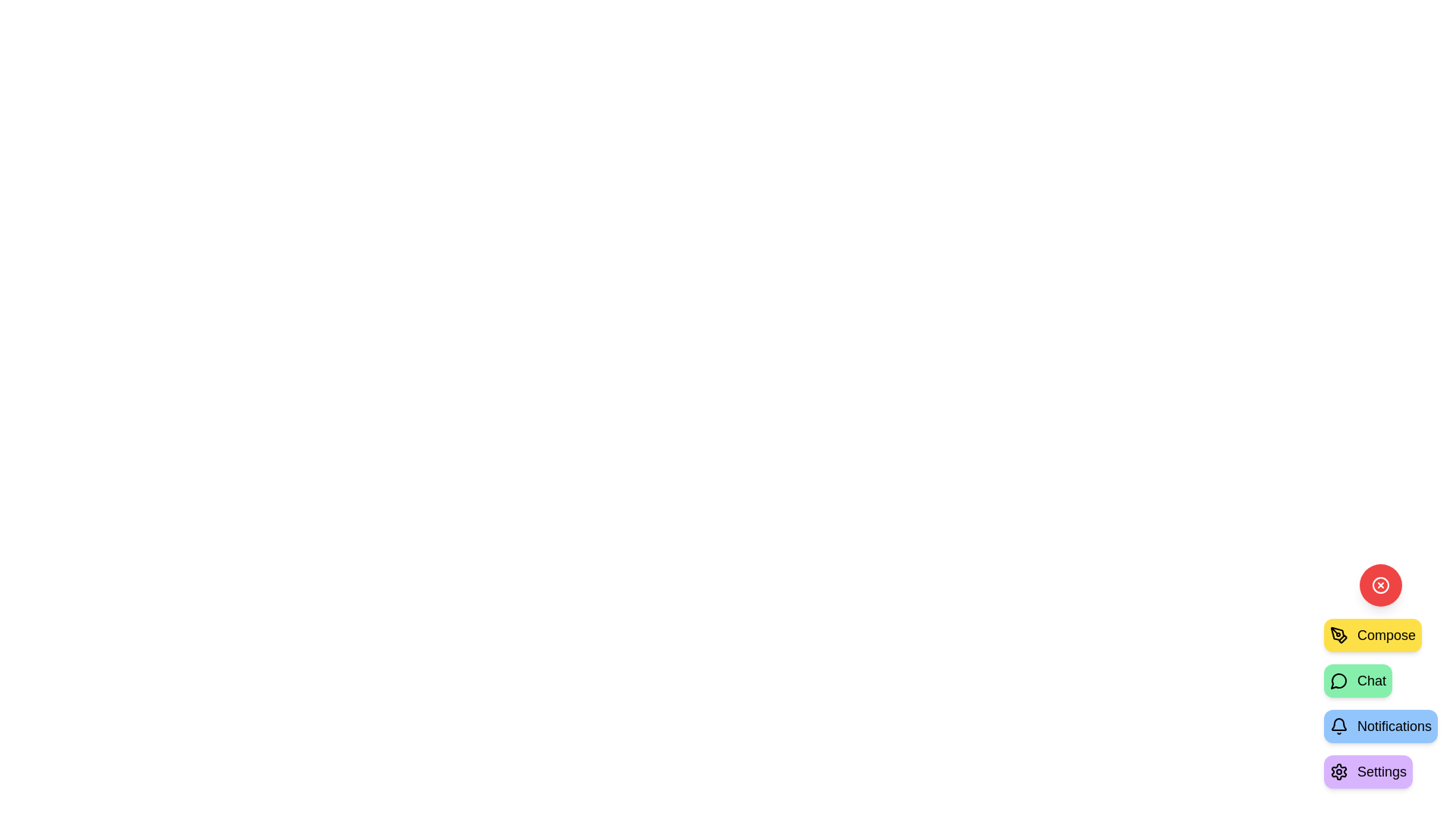 Image resolution: width=1456 pixels, height=819 pixels. Describe the element at coordinates (1368, 772) in the screenshot. I see `the 'Settings' button to select the 'Settings' action` at that location.